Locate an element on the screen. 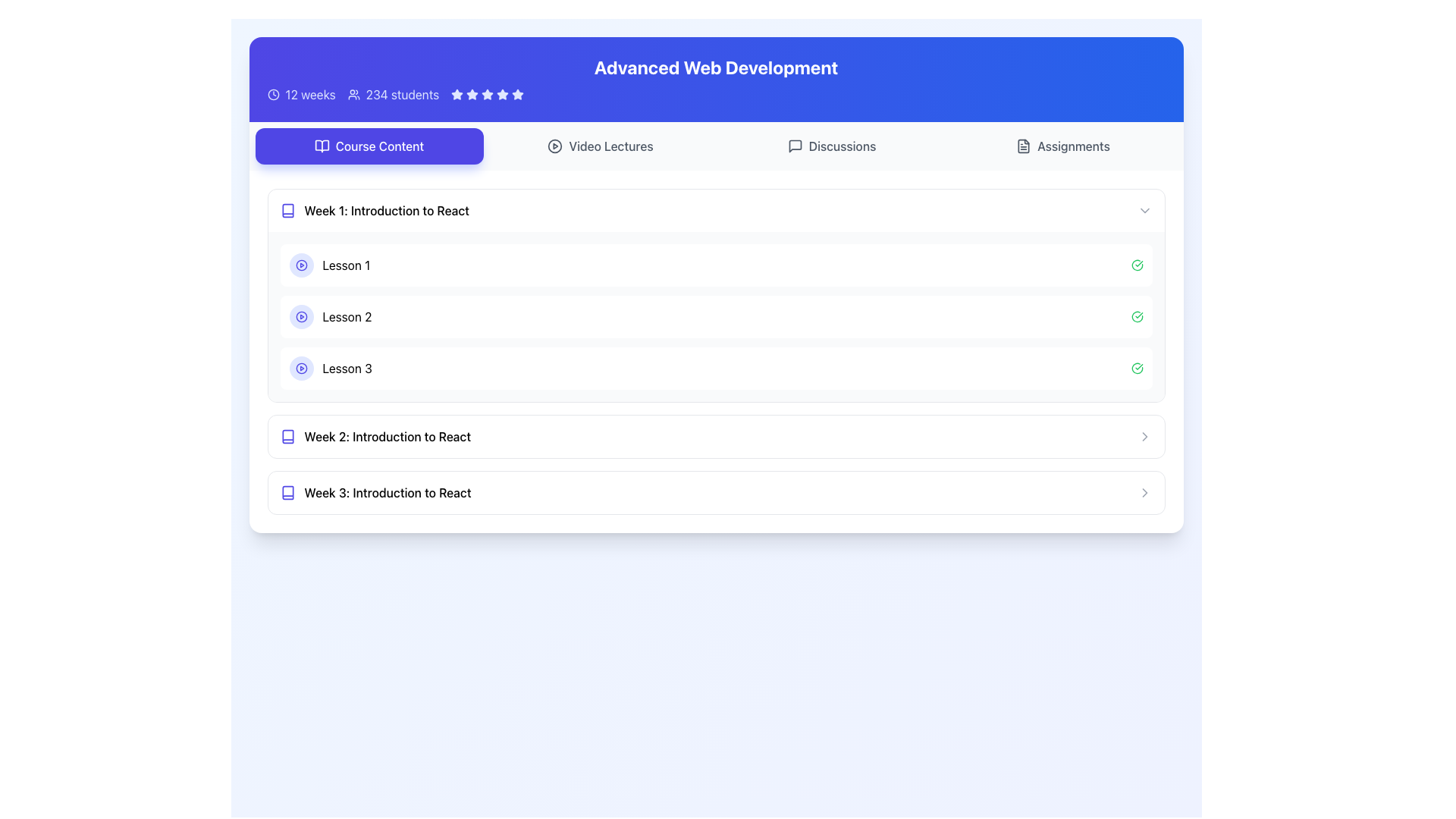 Image resolution: width=1456 pixels, height=819 pixels. the 'Course Content' text label within the button, which is styled with white text on a vibrant indigo background and positioned to the left of the 'Video Lectures' and 'Discussions' buttons in the top section of the interface is located at coordinates (379, 146).